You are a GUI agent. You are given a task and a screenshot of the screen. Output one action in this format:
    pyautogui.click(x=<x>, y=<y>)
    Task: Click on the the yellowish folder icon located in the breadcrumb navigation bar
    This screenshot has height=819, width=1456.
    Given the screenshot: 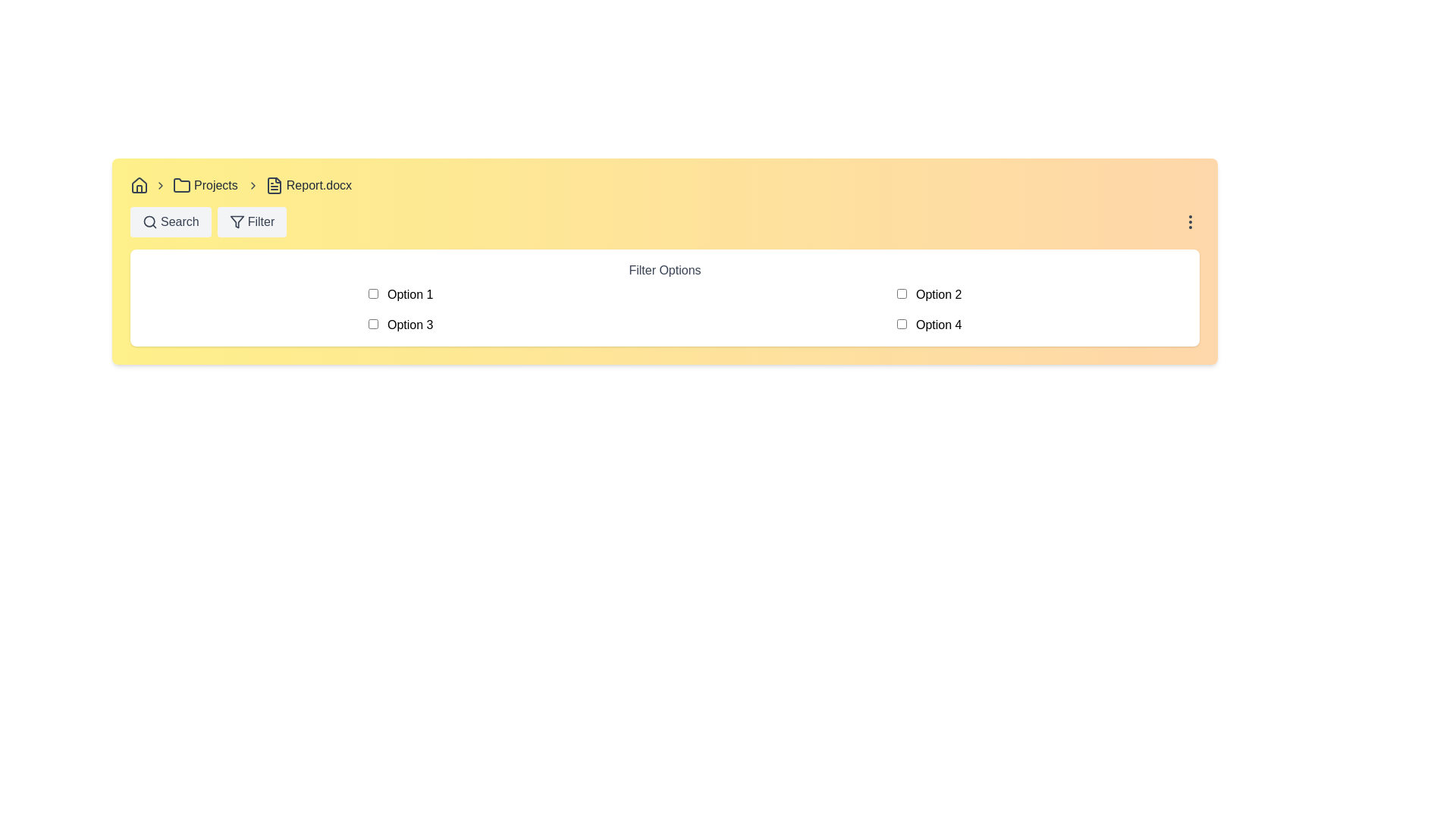 What is the action you would take?
    pyautogui.click(x=182, y=185)
    